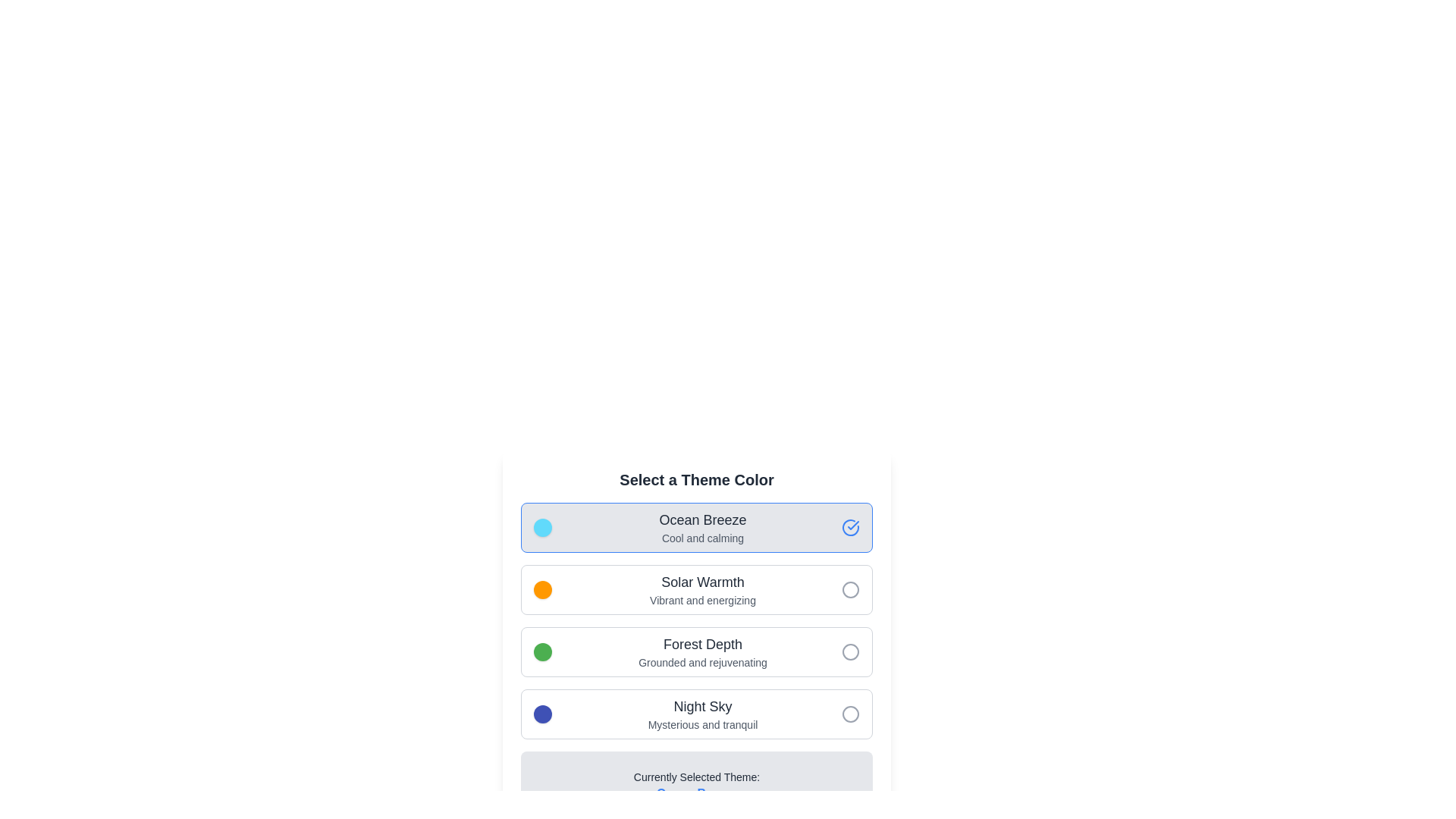 This screenshot has height=819, width=1456. Describe the element at coordinates (695, 526) in the screenshot. I see `the topmost selectable list item with a light gray background and blue circular icon labeled 'Ocean Breeze' to visually scale the element` at that location.